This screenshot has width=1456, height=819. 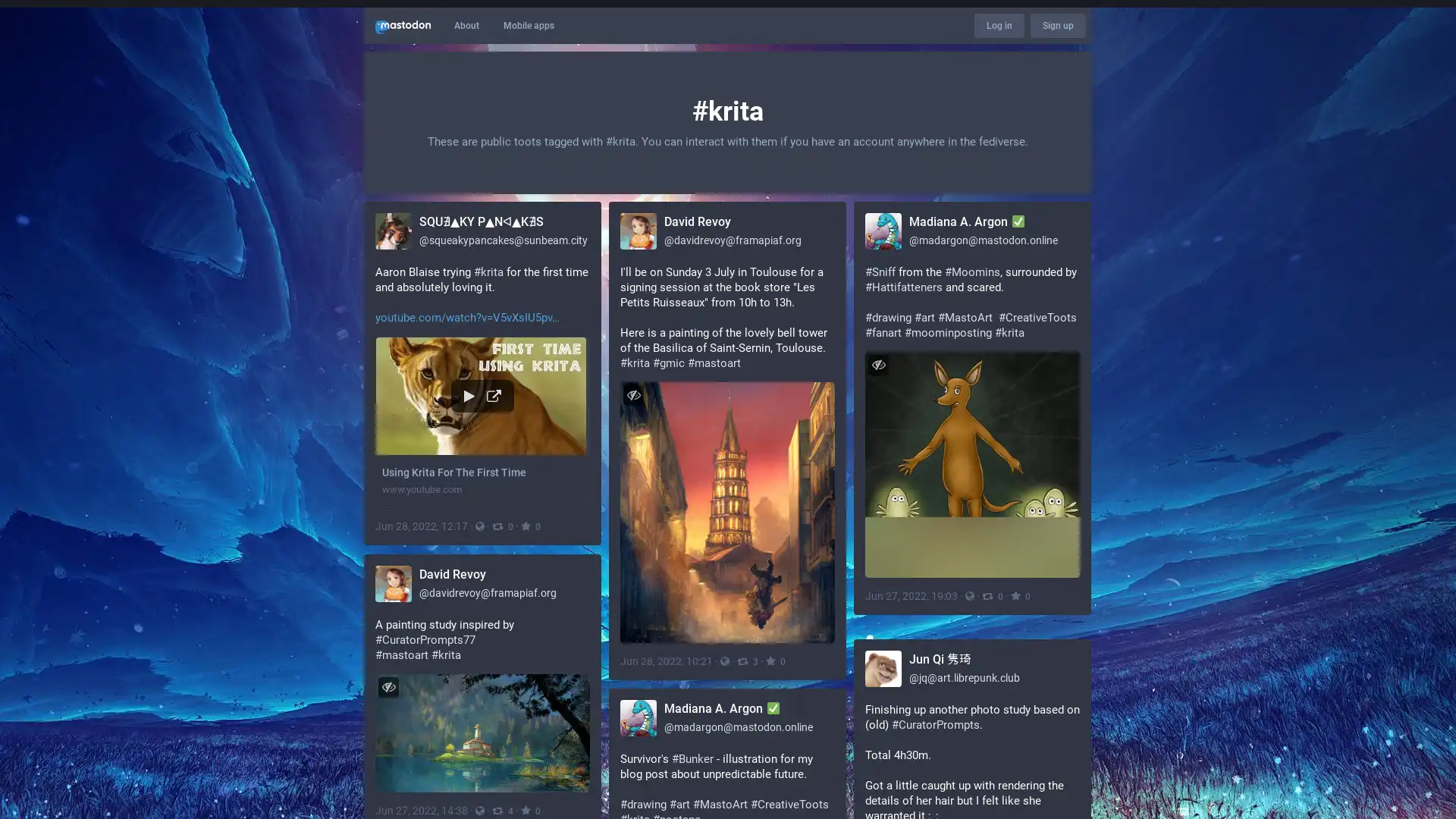 What do you see at coordinates (388, 686) in the screenshot?
I see `Hide image` at bounding box center [388, 686].